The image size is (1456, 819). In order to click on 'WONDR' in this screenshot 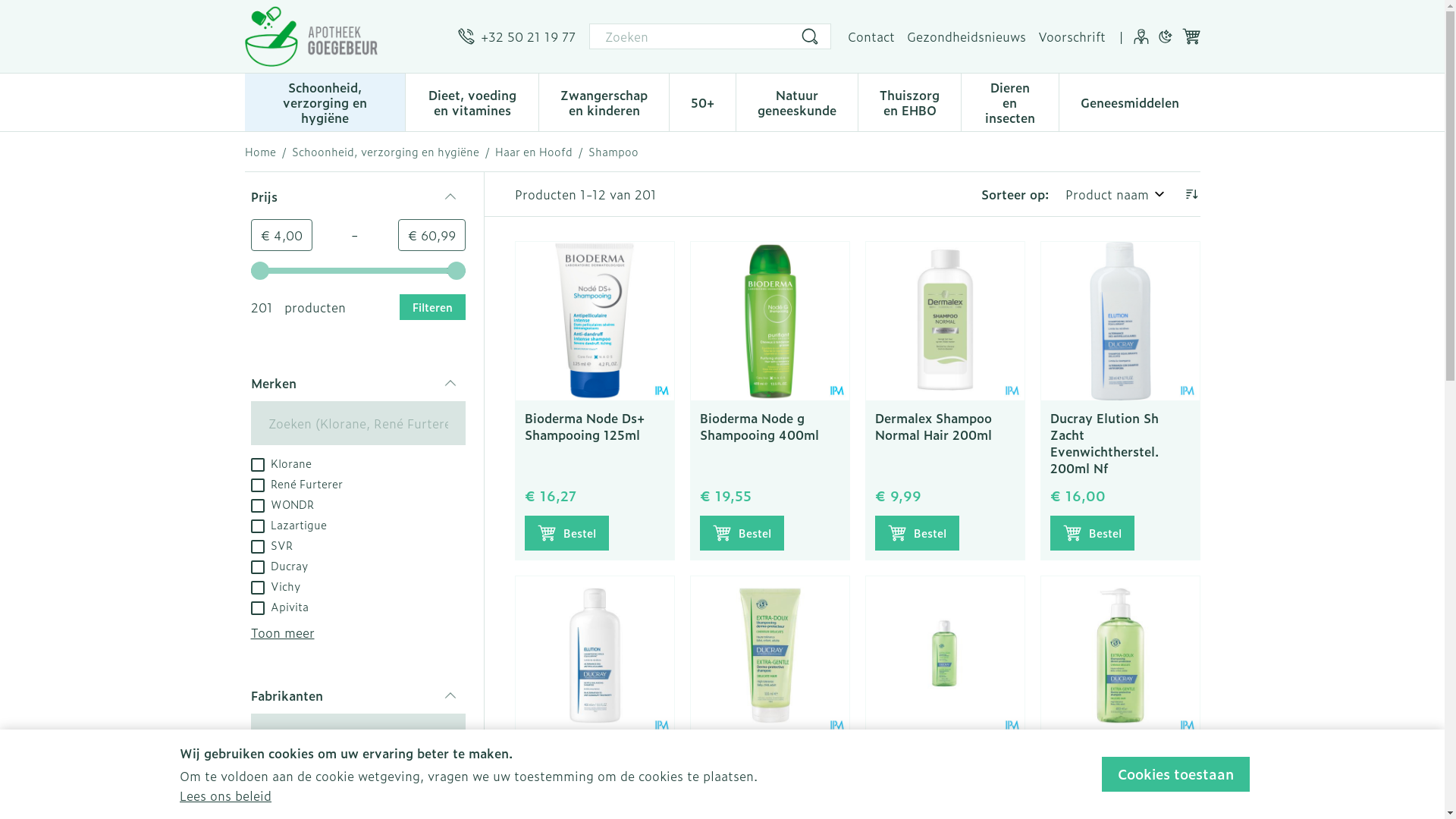, I will do `click(281, 503)`.